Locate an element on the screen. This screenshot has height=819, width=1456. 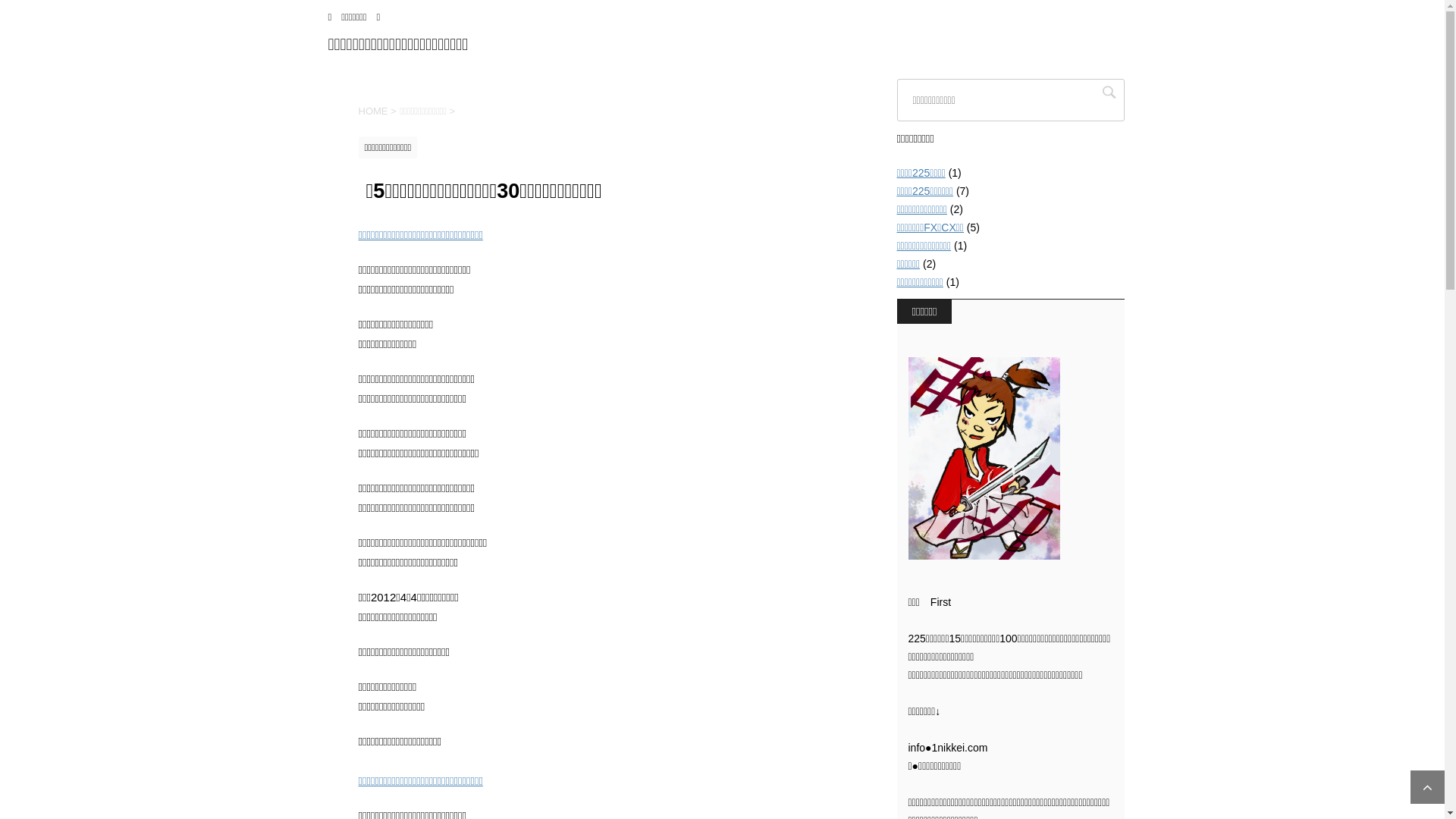
'HOME' is located at coordinates (372, 110).